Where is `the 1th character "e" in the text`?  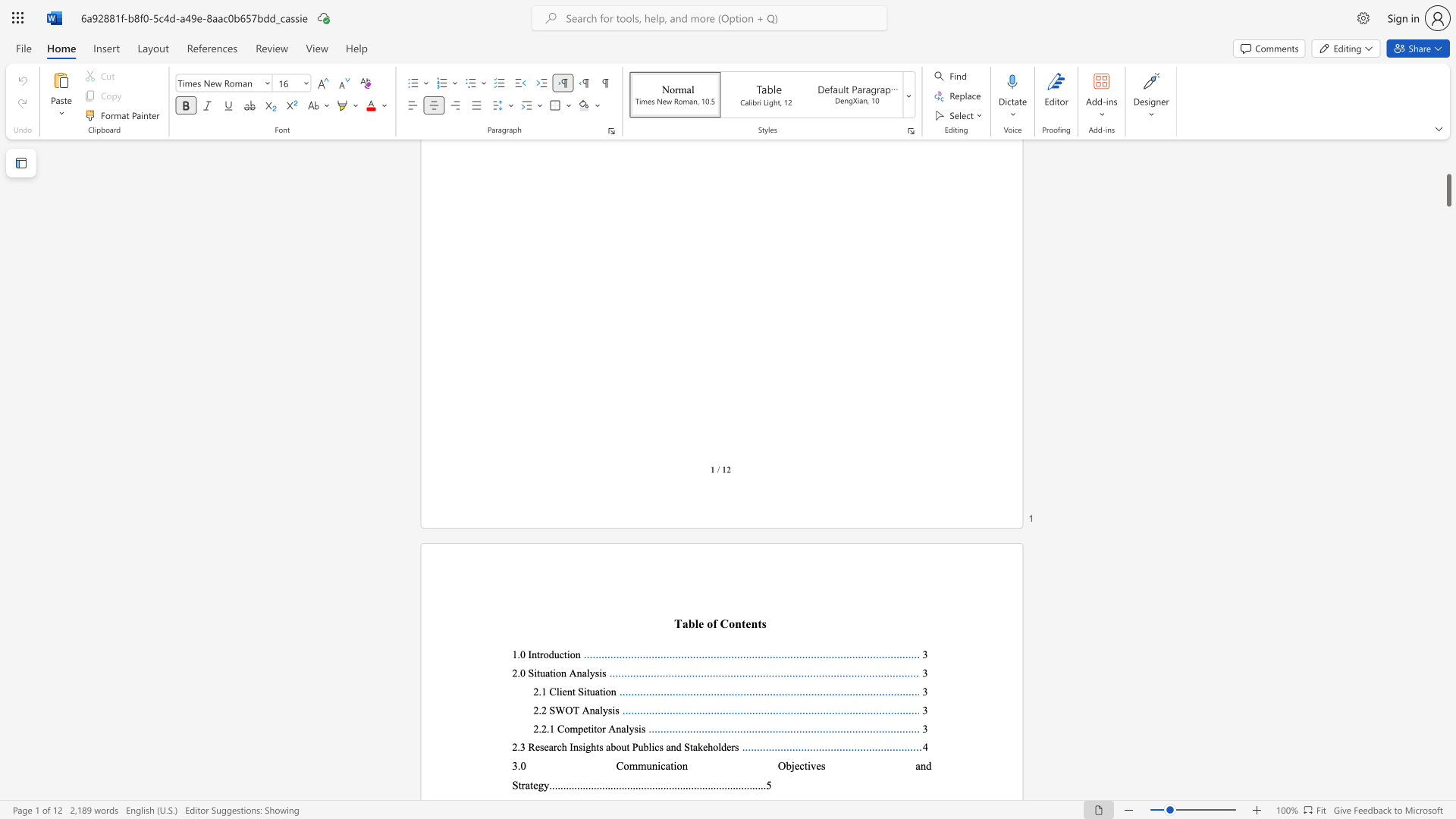 the 1th character "e" in the text is located at coordinates (700, 623).